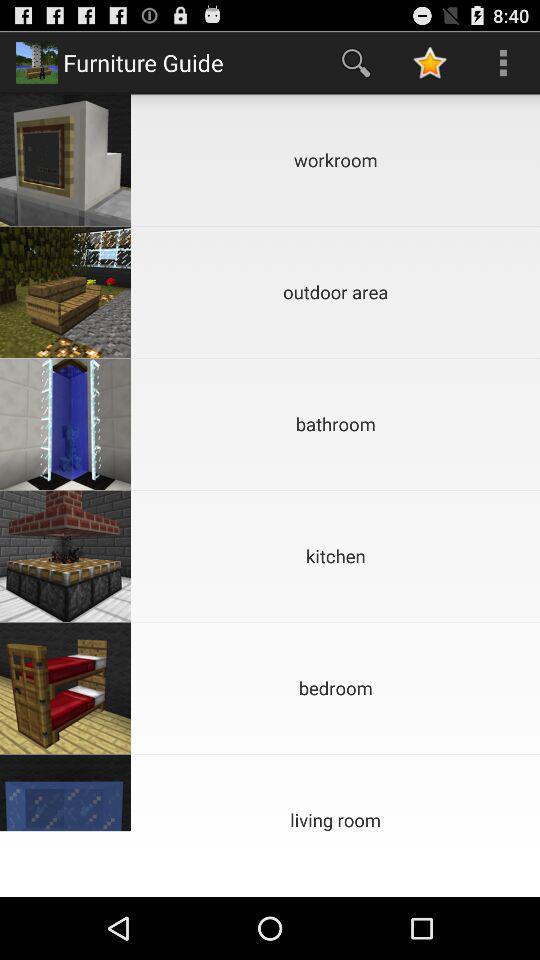 The width and height of the screenshot is (540, 960). Describe the element at coordinates (355, 62) in the screenshot. I see `app next to the furniture guide item` at that location.